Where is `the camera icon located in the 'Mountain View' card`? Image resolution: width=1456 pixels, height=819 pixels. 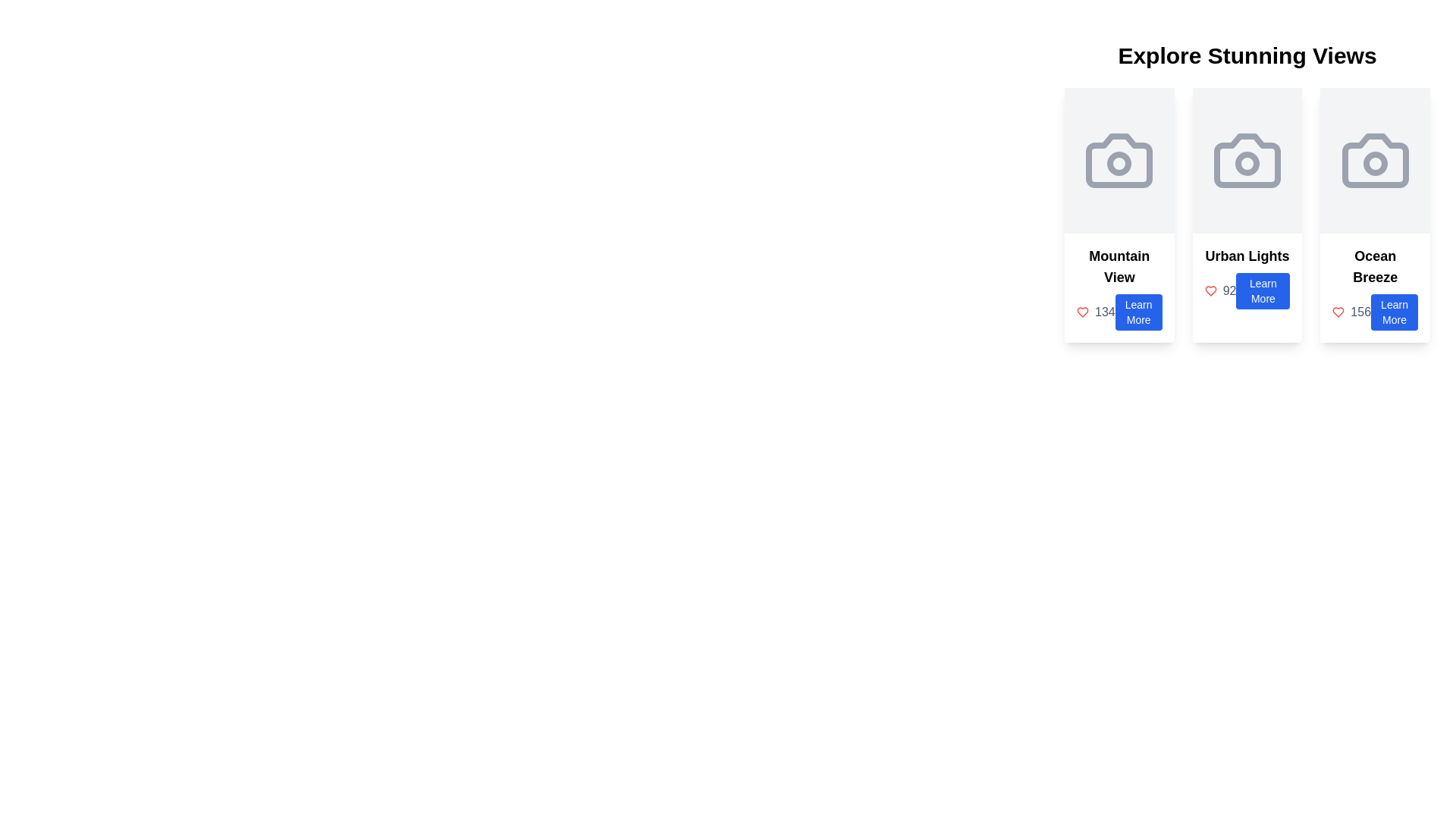 the camera icon located in the 'Mountain View' card is located at coordinates (1119, 161).